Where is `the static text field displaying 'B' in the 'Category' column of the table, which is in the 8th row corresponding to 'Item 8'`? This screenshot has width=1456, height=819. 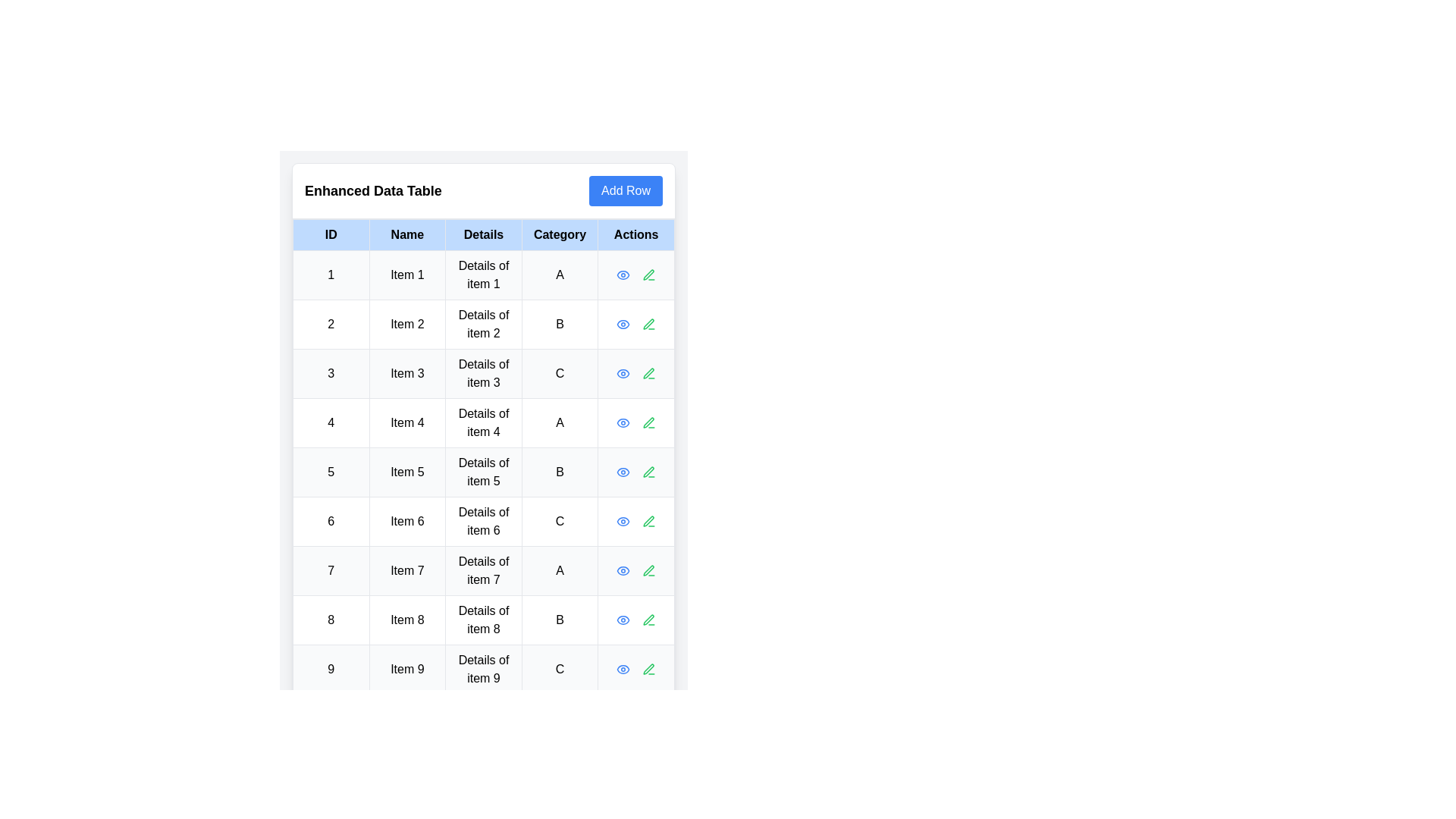 the static text field displaying 'B' in the 'Category' column of the table, which is in the 8th row corresponding to 'Item 8' is located at coordinates (559, 620).